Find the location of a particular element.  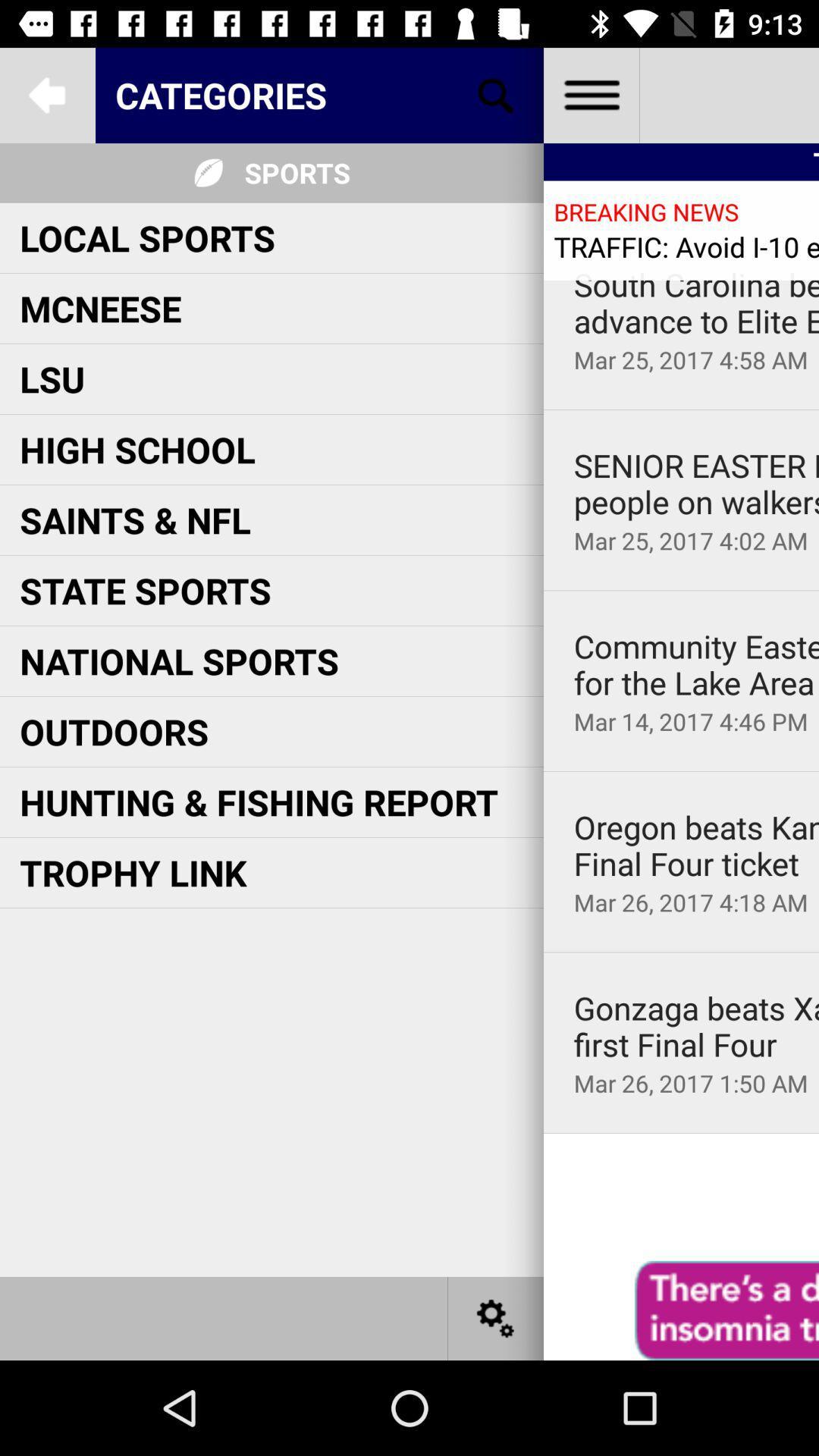

the settings icon is located at coordinates (496, 1317).